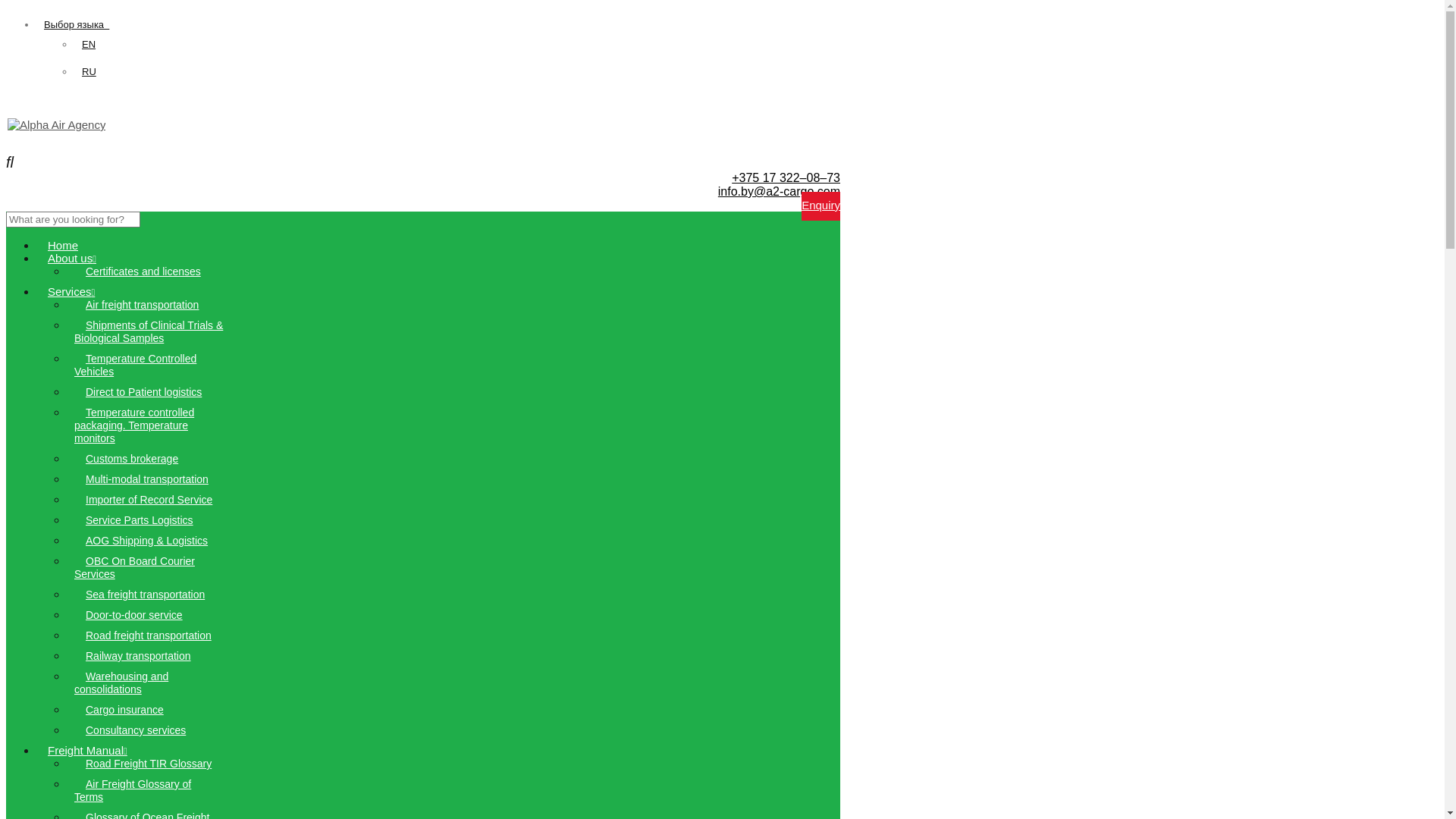 The image size is (1456, 819). What do you see at coordinates (73, 789) in the screenshot?
I see `'Air Freight Glossary of Terms'` at bounding box center [73, 789].